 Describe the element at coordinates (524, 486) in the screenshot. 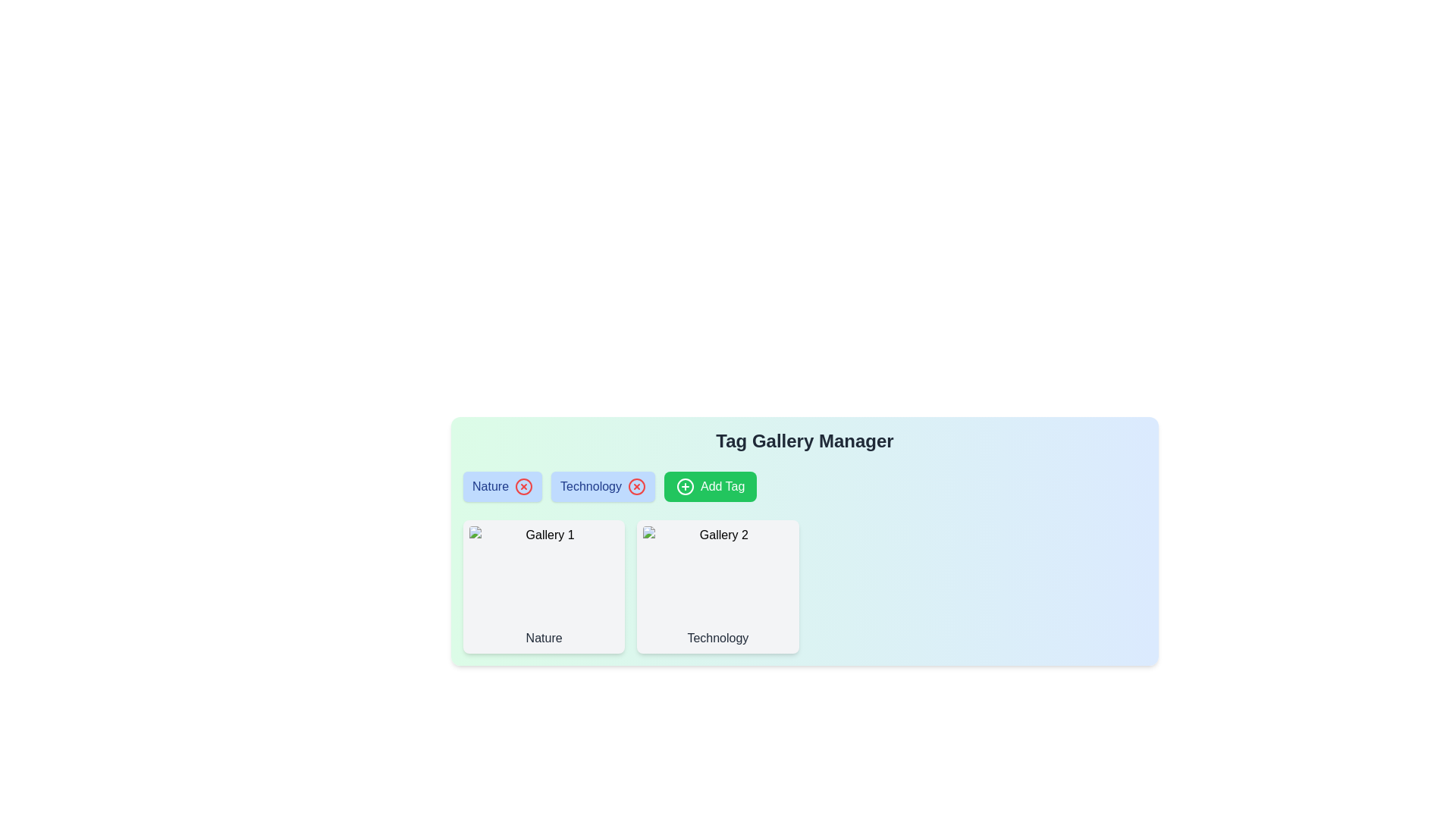

I see `the red circular button with an 'X' icon` at that location.